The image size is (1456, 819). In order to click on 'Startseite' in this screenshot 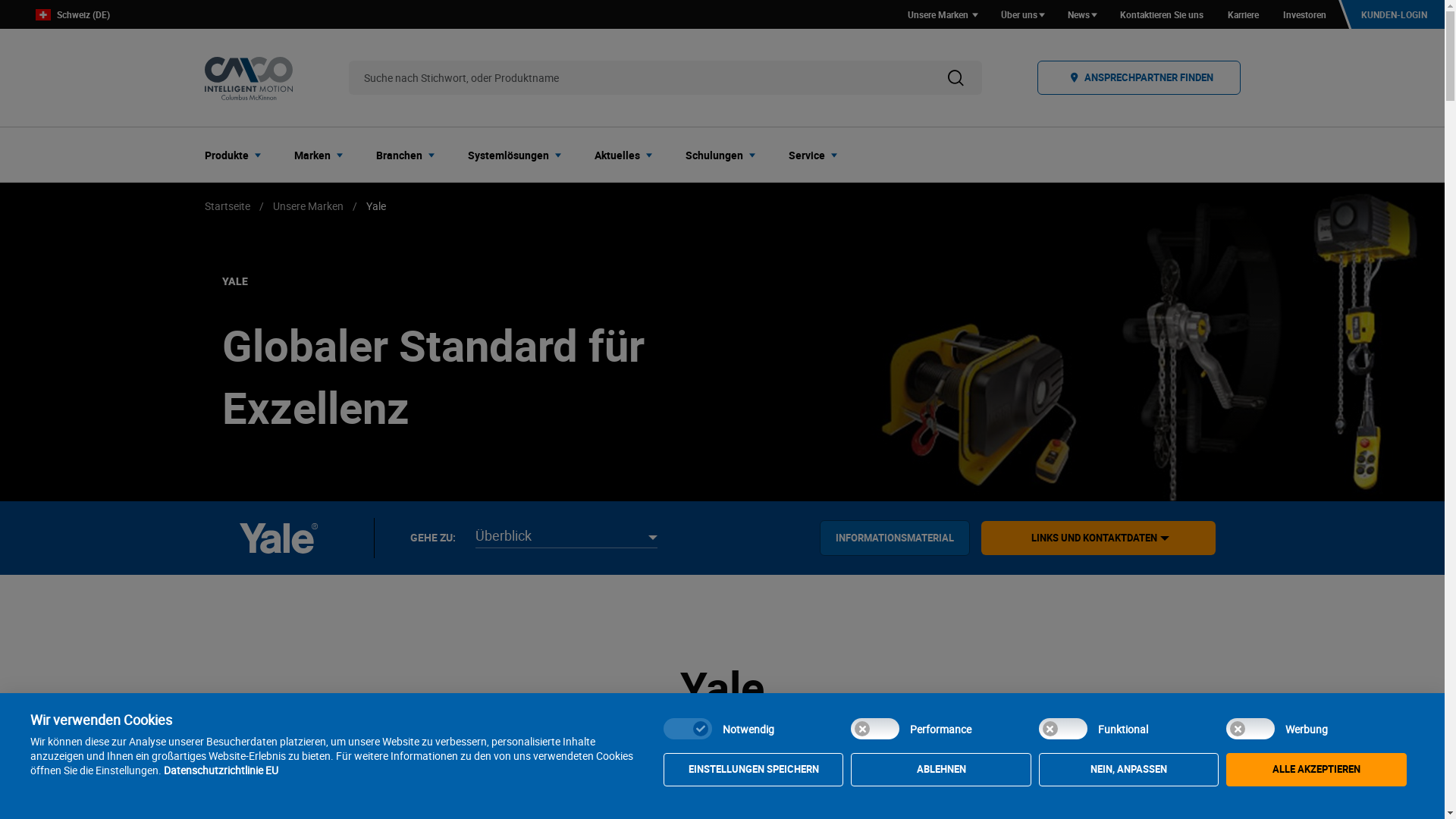, I will do `click(226, 206)`.